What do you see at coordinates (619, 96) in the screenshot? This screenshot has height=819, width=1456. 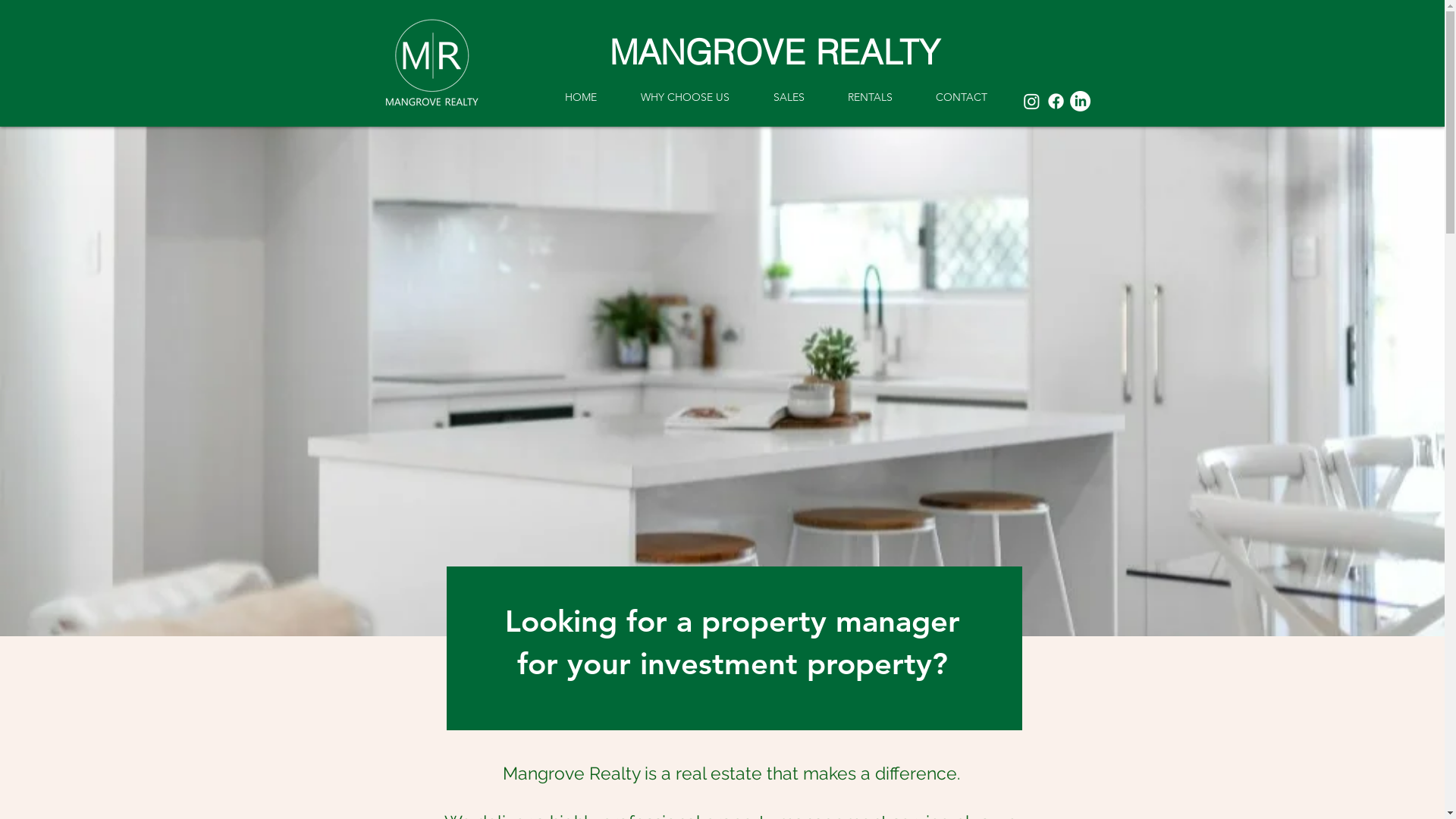 I see `'WHY CHOOSE US'` at bounding box center [619, 96].